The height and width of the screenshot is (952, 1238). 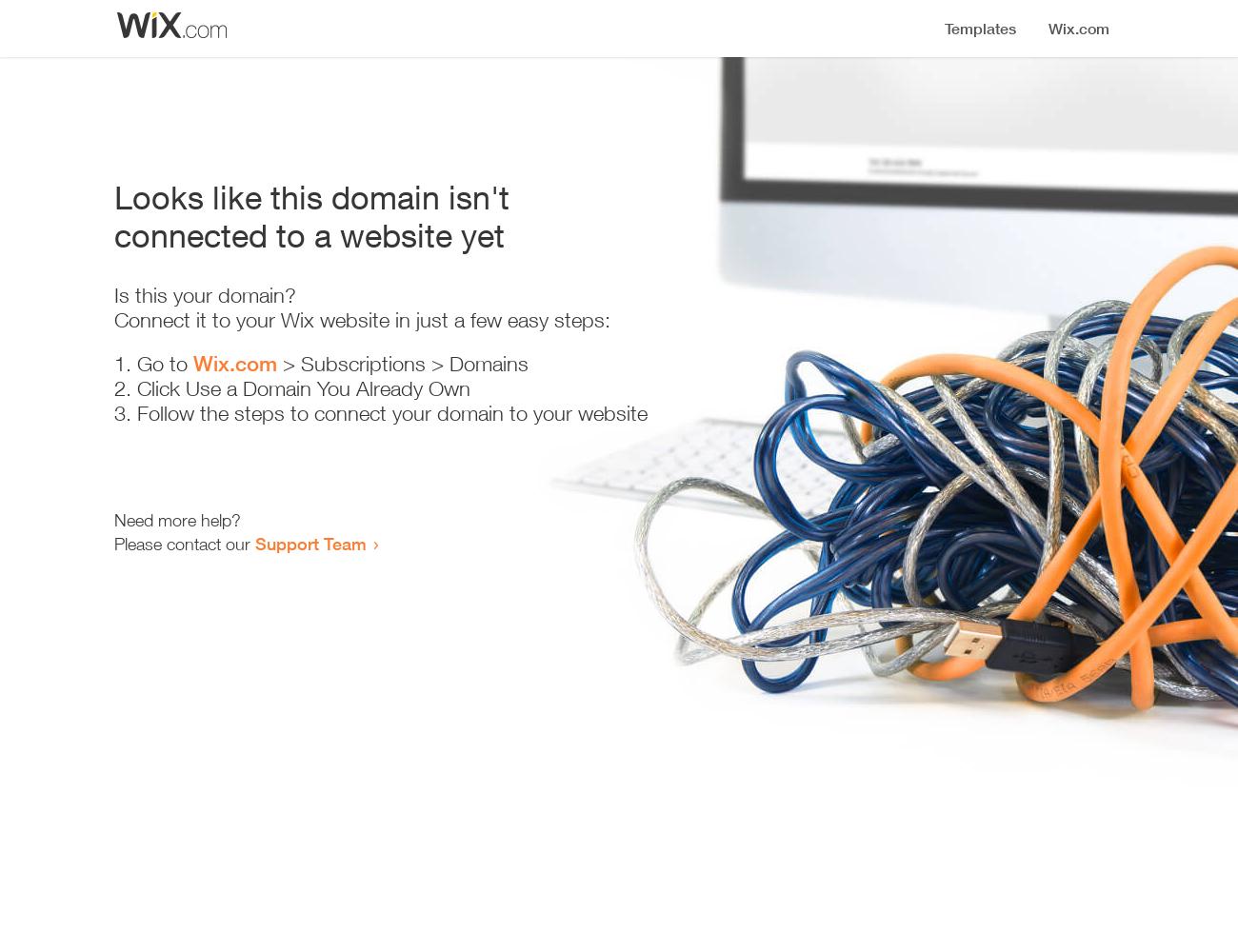 What do you see at coordinates (362, 319) in the screenshot?
I see `'Connect it to your Wix website in just a few easy steps:'` at bounding box center [362, 319].